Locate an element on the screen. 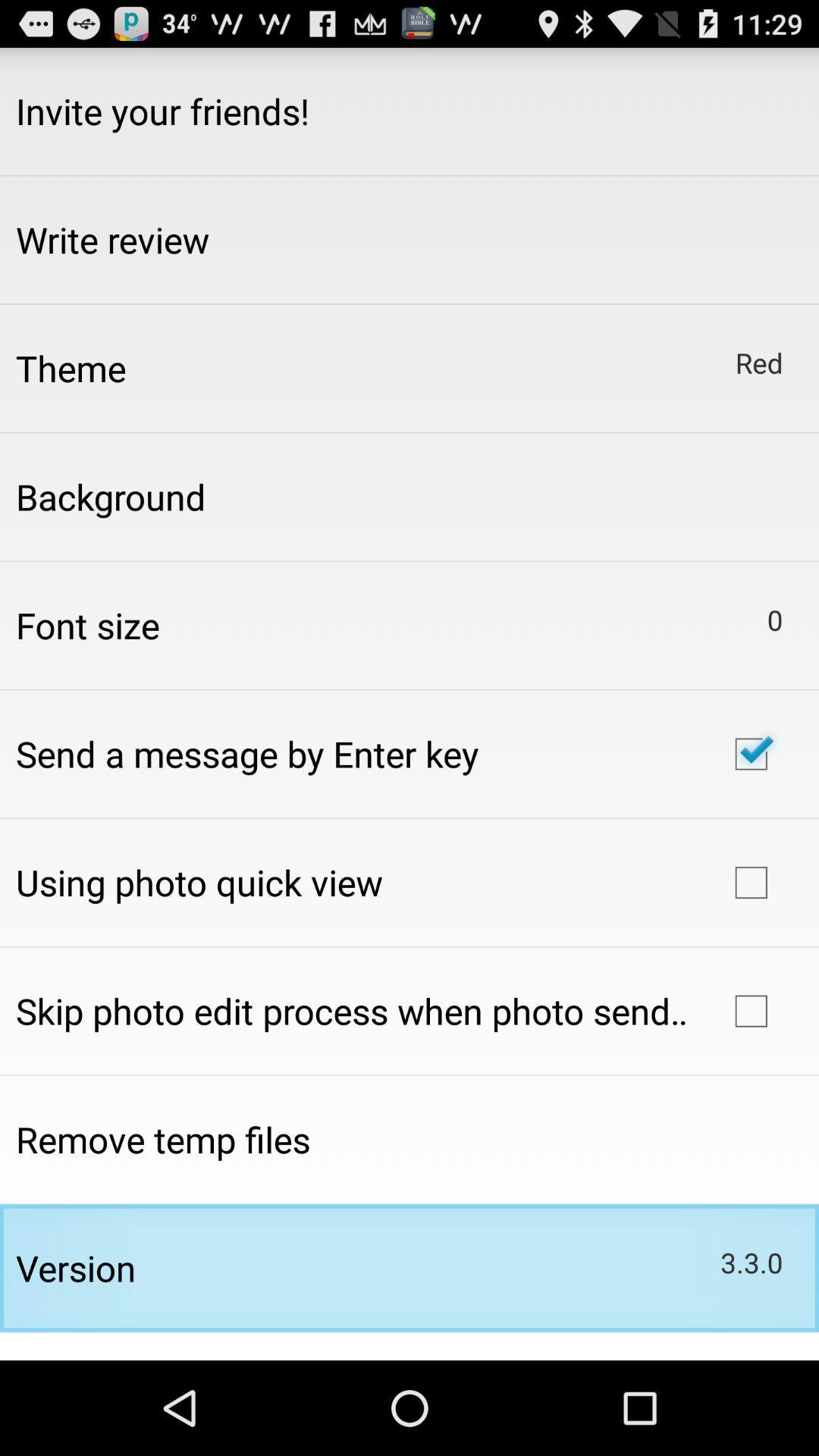  red at the top right corner is located at coordinates (759, 362).